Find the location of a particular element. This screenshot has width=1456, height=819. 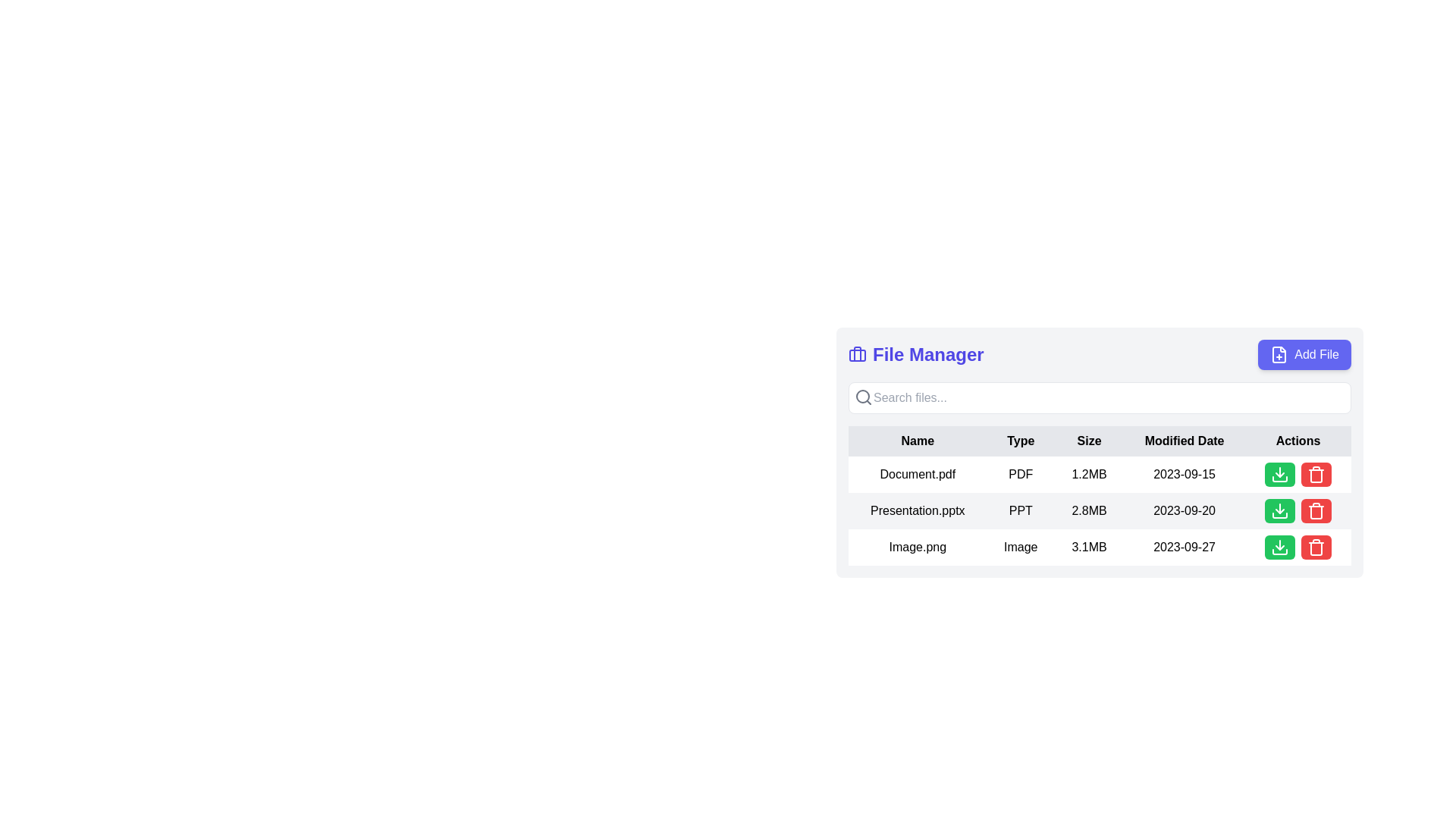

the trash icon button with a red background located at the far right of the row in the table is located at coordinates (1316, 511).